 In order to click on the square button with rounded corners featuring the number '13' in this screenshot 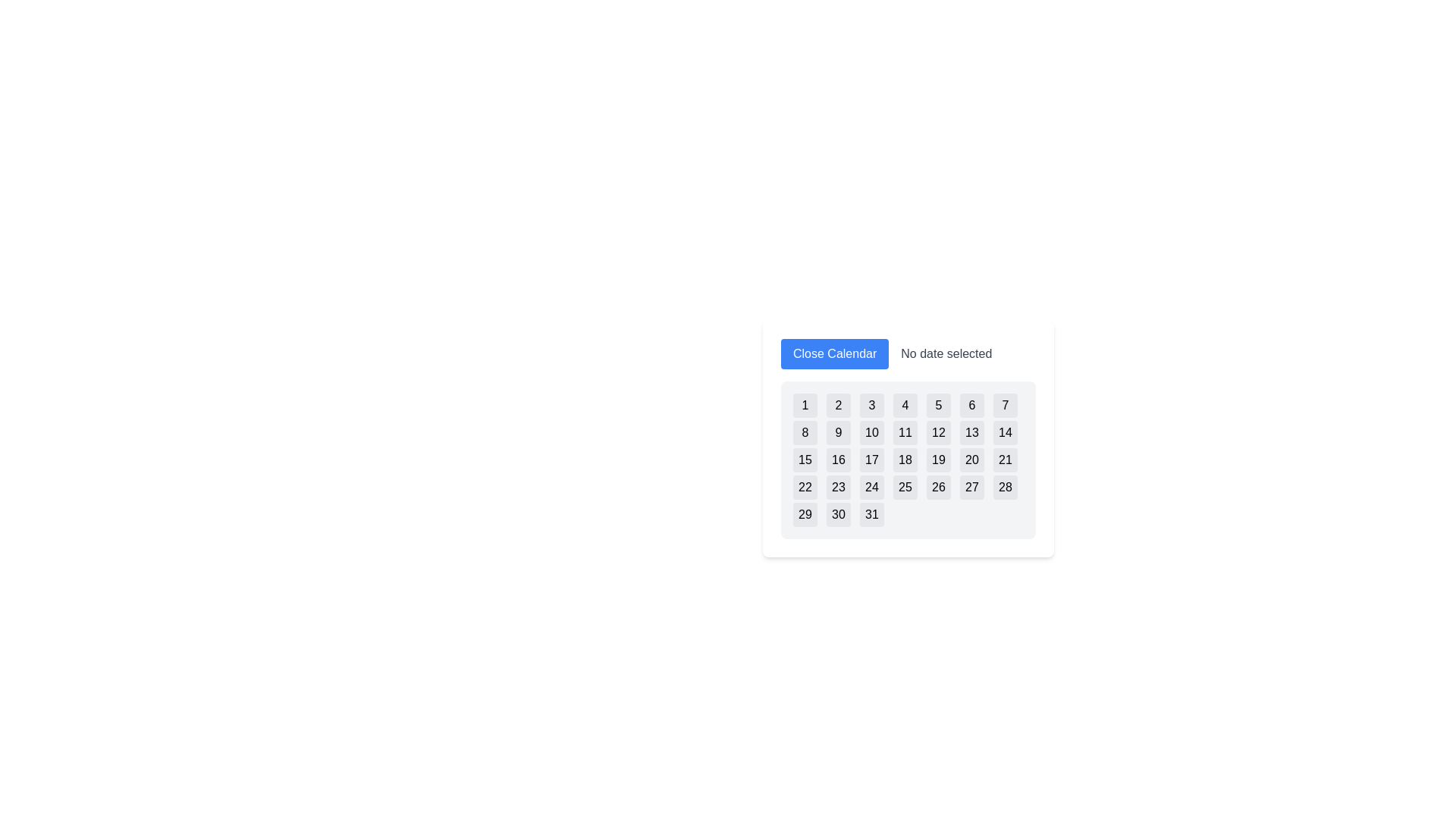, I will do `click(971, 432)`.